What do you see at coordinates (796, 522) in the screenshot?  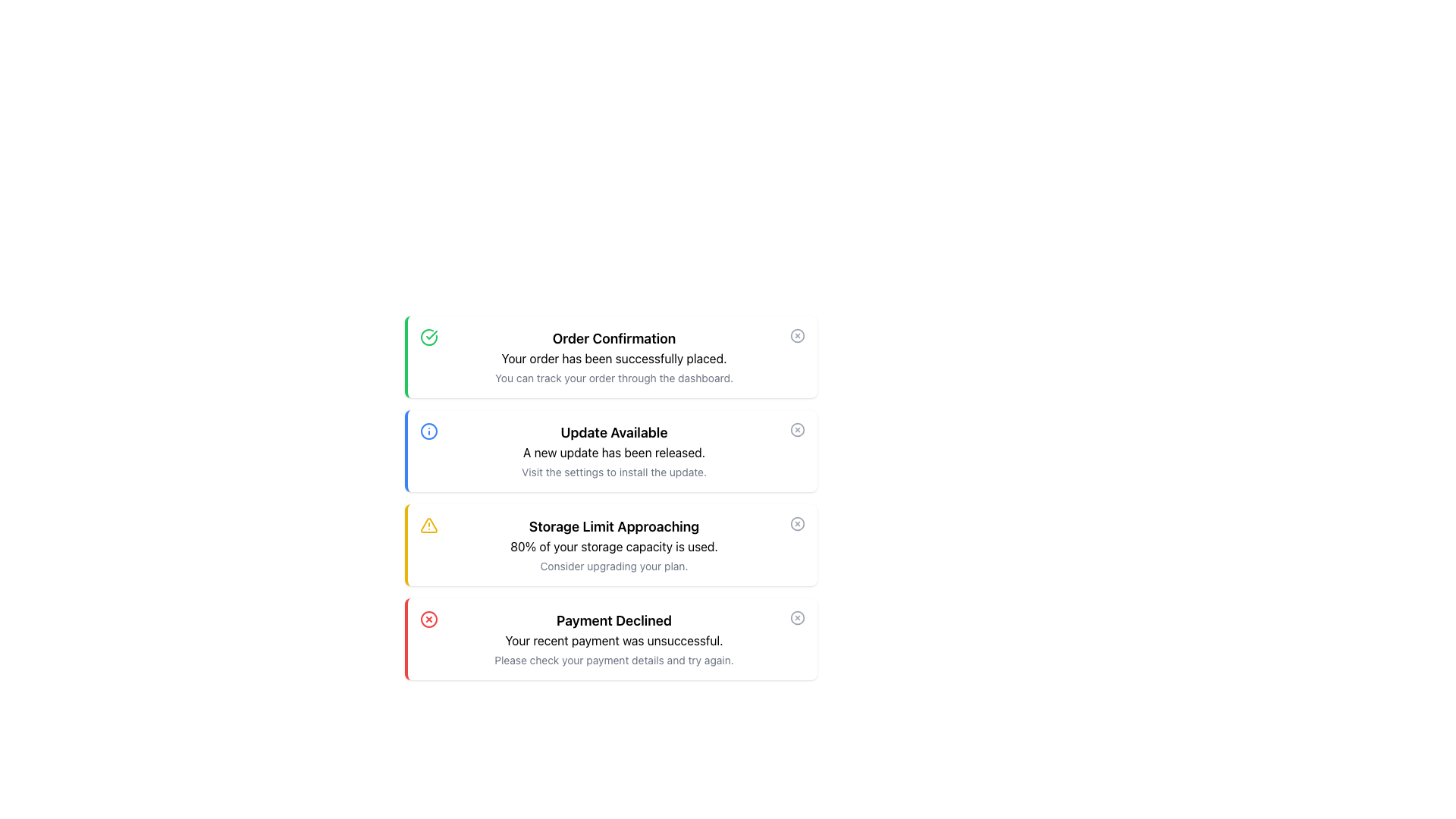 I see `the circular graphical icon located at the far-right end of the notification card that displays 'Storage Limit Approaching'` at bounding box center [796, 522].